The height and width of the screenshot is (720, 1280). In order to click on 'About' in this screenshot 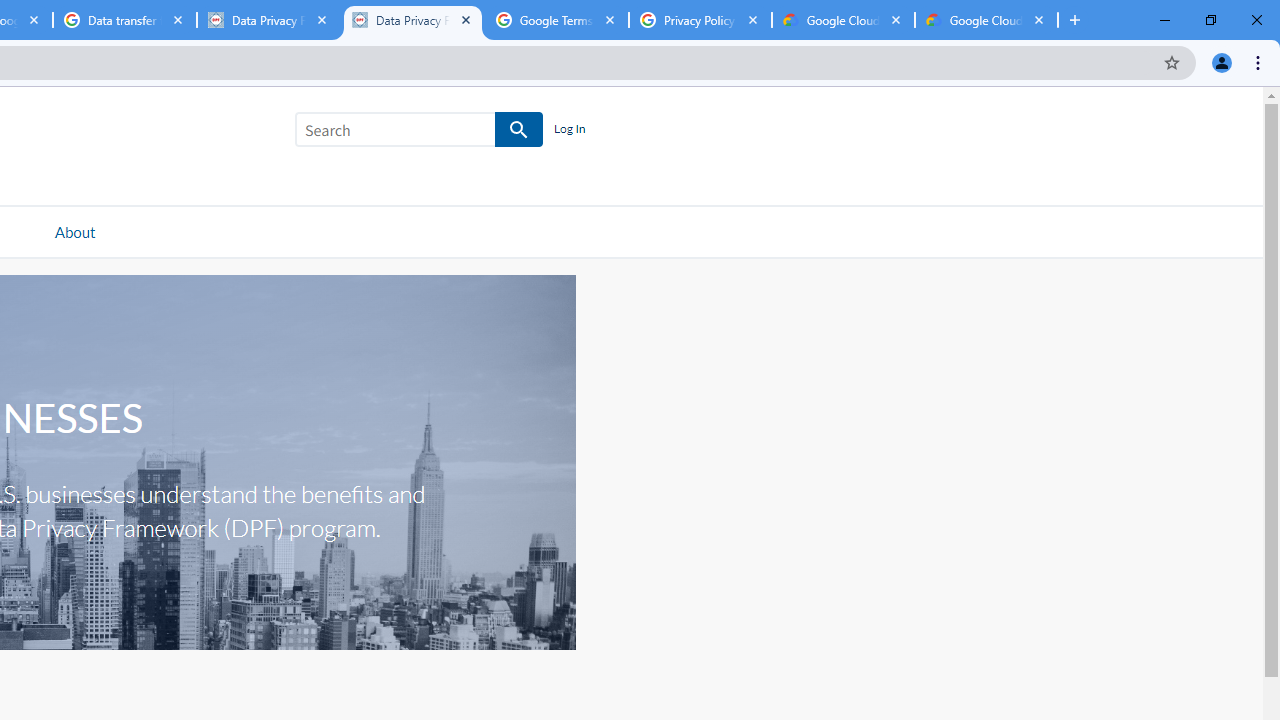, I will do `click(74, 230)`.